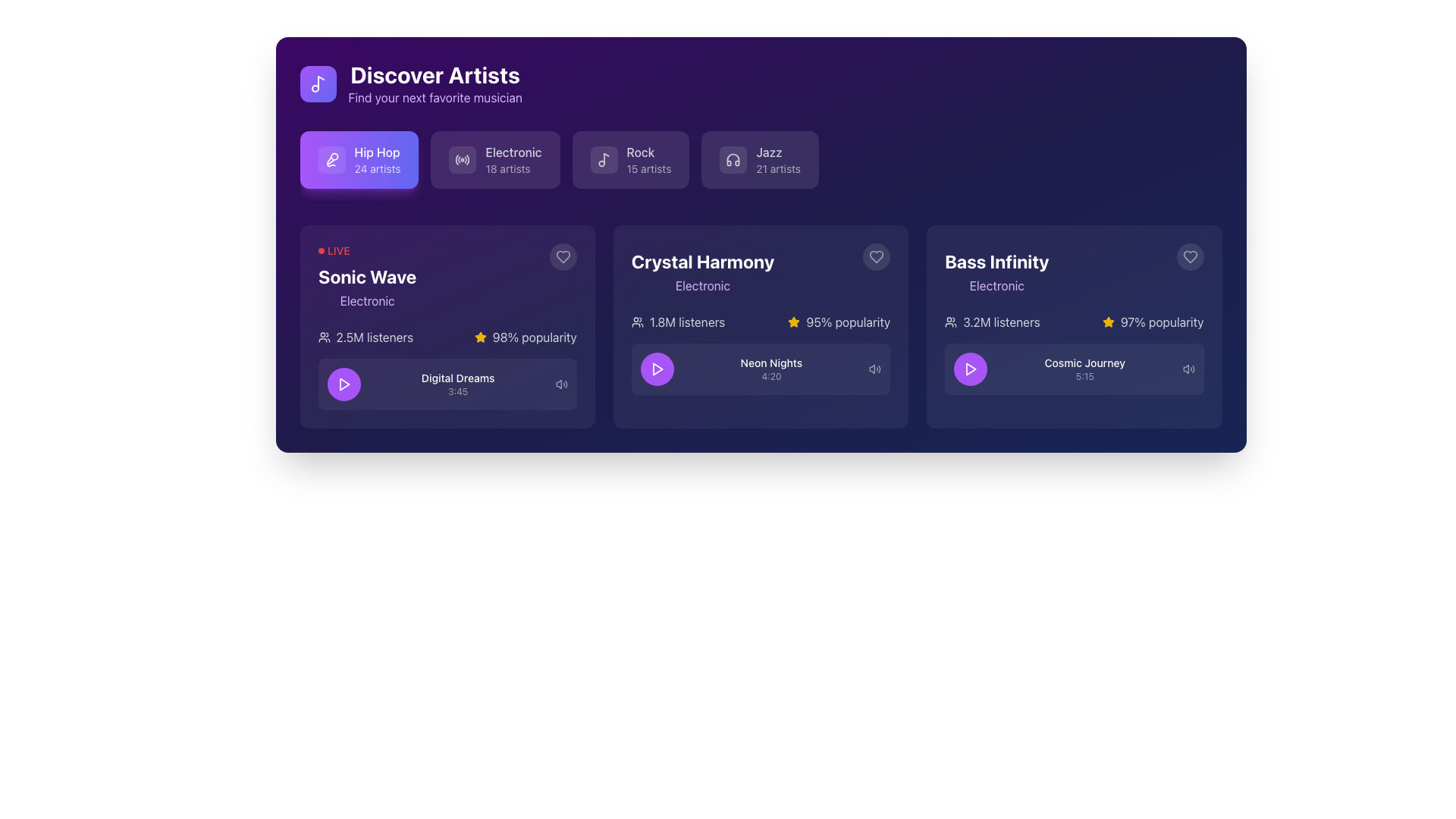  What do you see at coordinates (462, 160) in the screenshot?
I see `the small, circular icon with concentric arcs located within the 'Electronic' button, positioned to the left of the text label` at bounding box center [462, 160].